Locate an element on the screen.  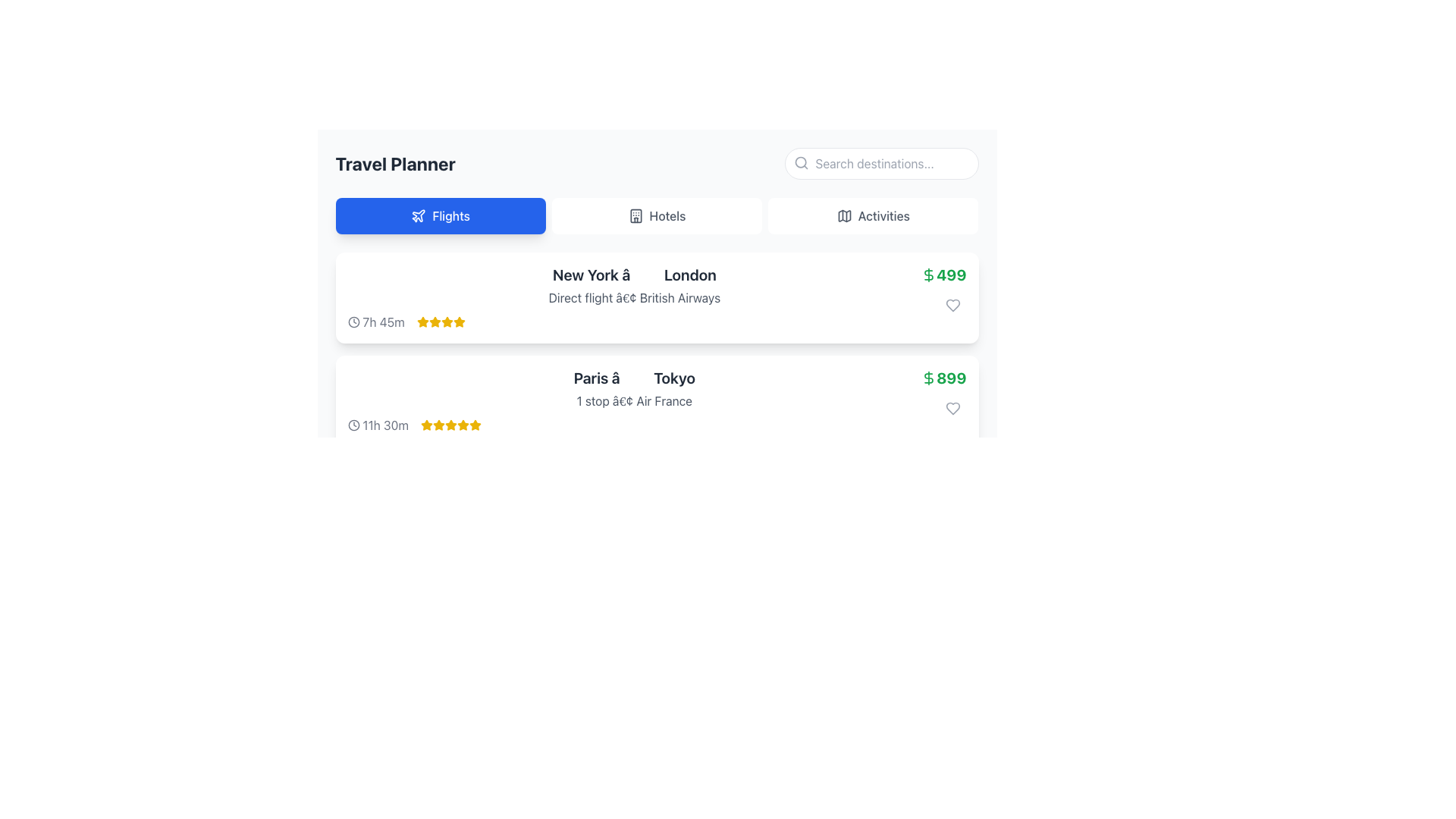
the static text component indicating the duration of the flight located beneath the 'Paris to Tokyo' information block is located at coordinates (385, 425).